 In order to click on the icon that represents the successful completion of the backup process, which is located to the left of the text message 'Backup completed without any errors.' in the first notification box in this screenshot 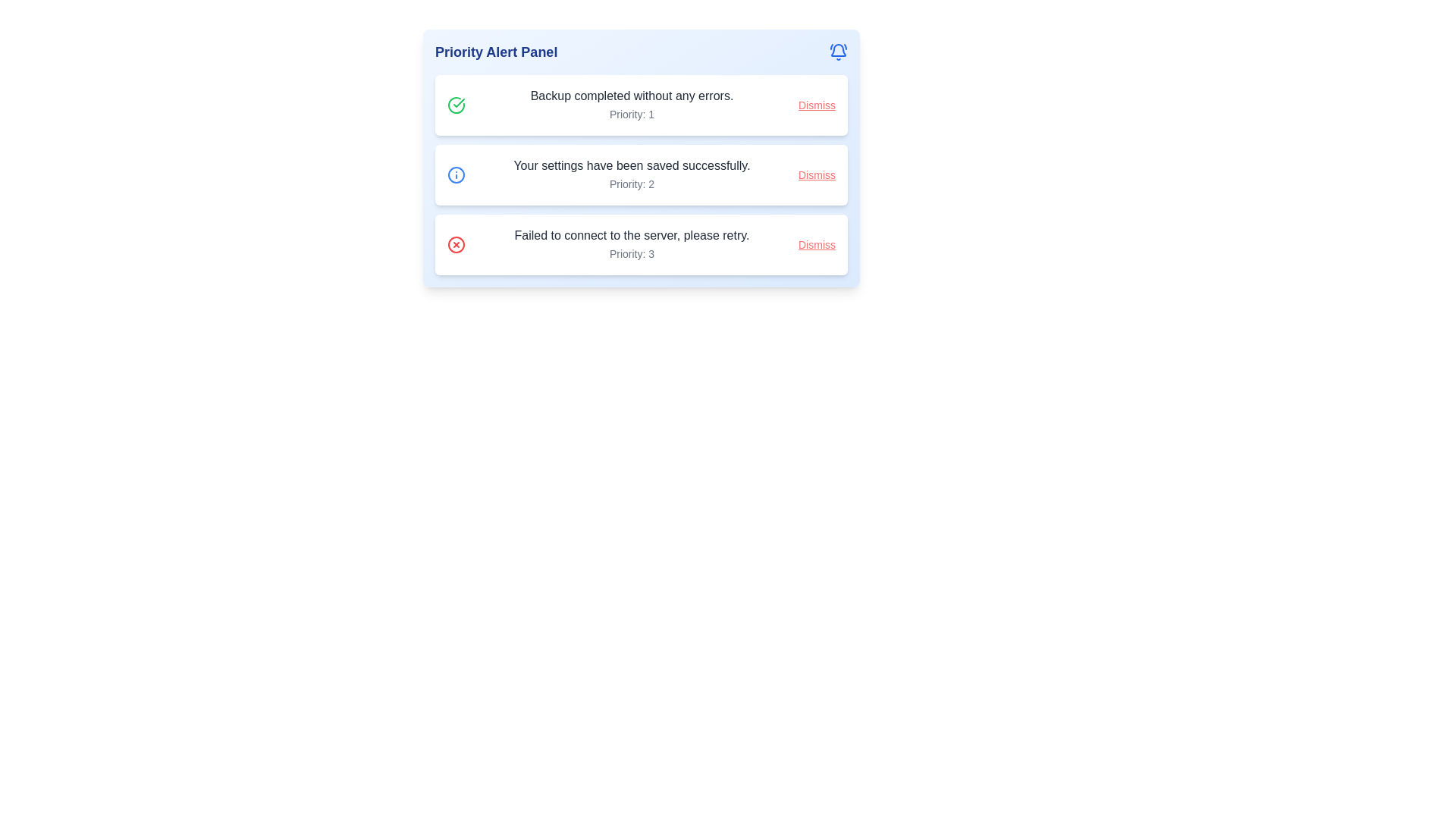, I will do `click(455, 104)`.